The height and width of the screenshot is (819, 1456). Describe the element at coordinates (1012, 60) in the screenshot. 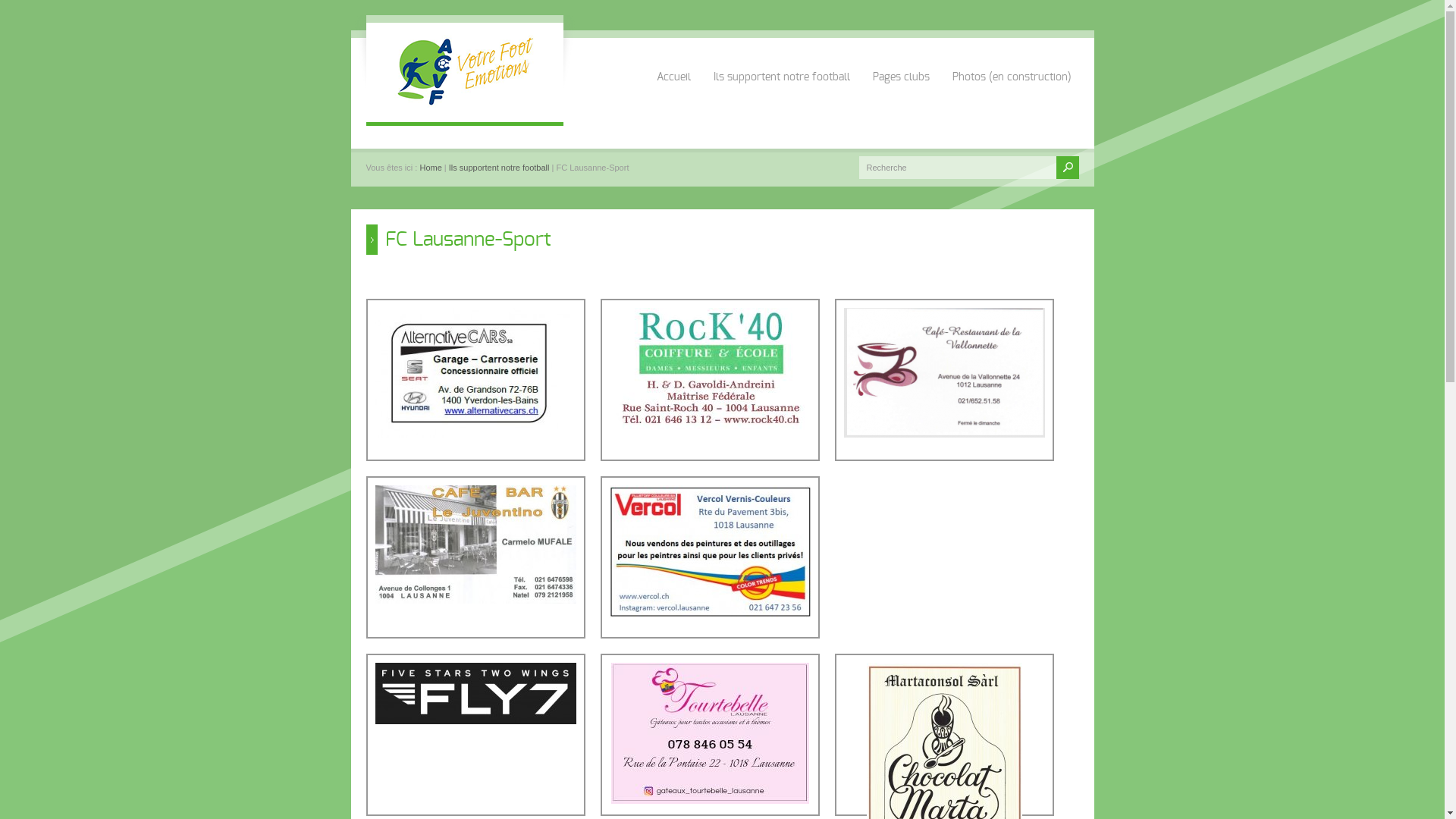

I see `'Photos (en construction)'` at that location.